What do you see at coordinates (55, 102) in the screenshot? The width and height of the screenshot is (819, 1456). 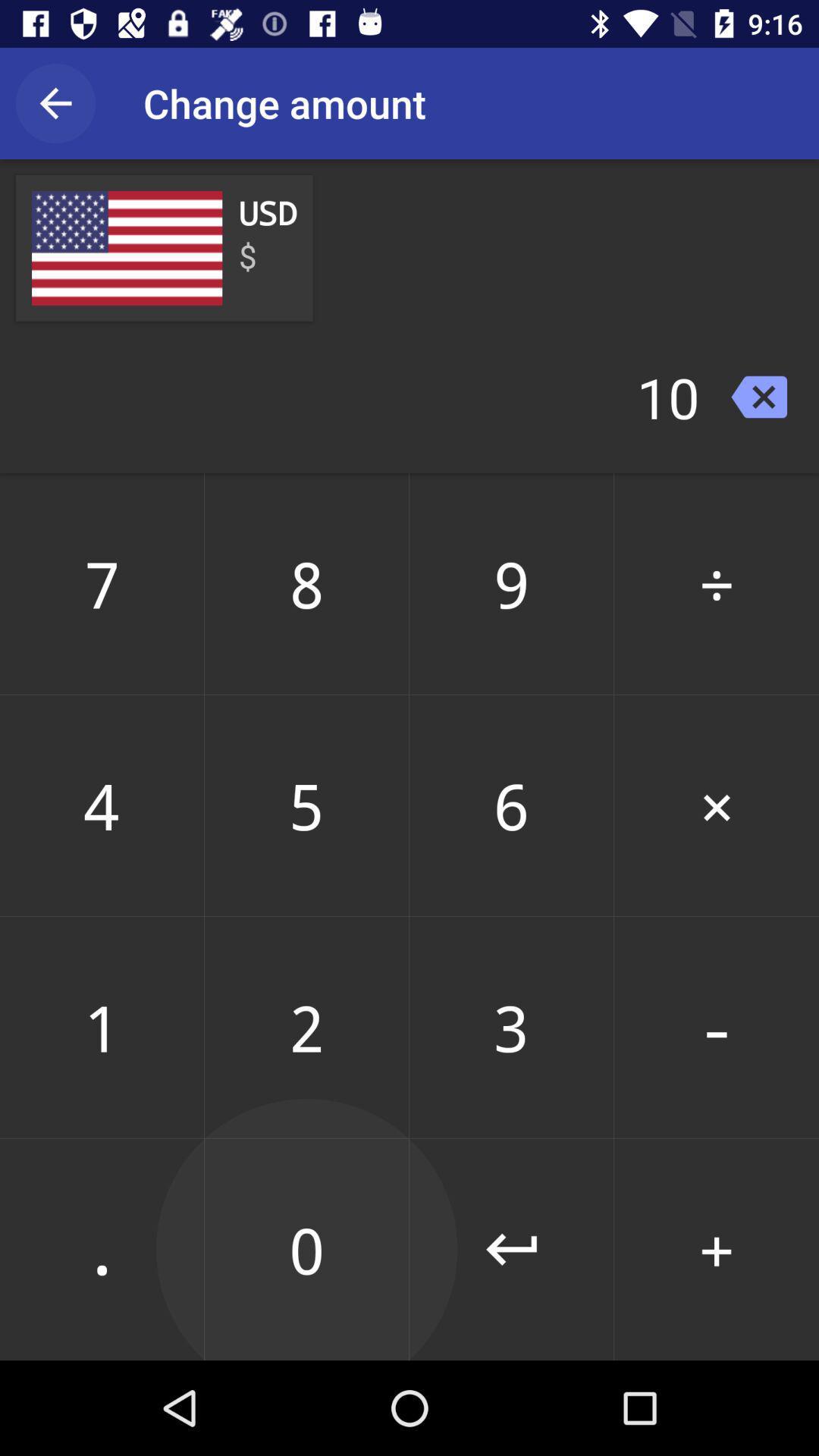 I see `the item to the left of the change amount` at bounding box center [55, 102].